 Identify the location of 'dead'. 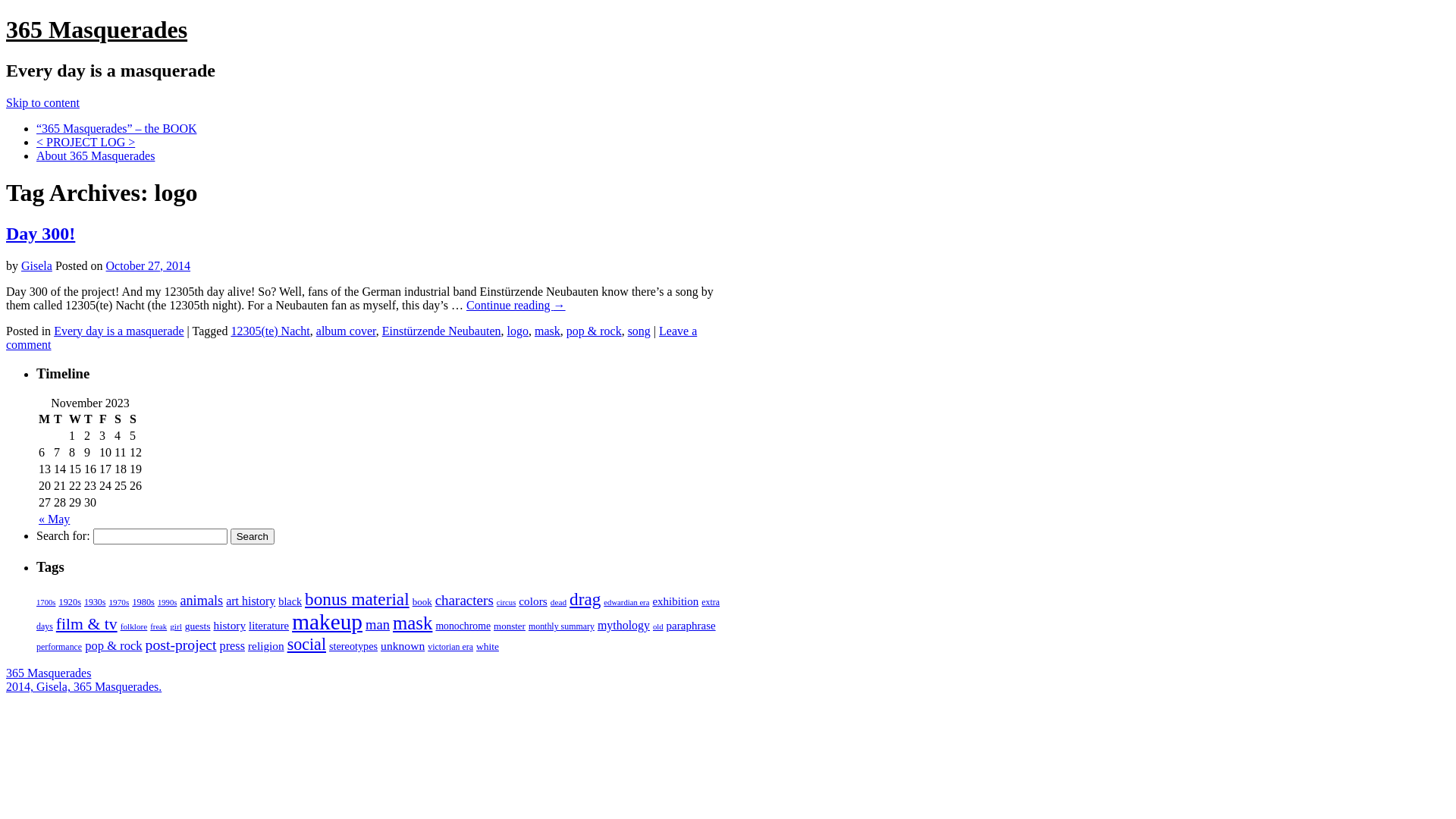
(557, 601).